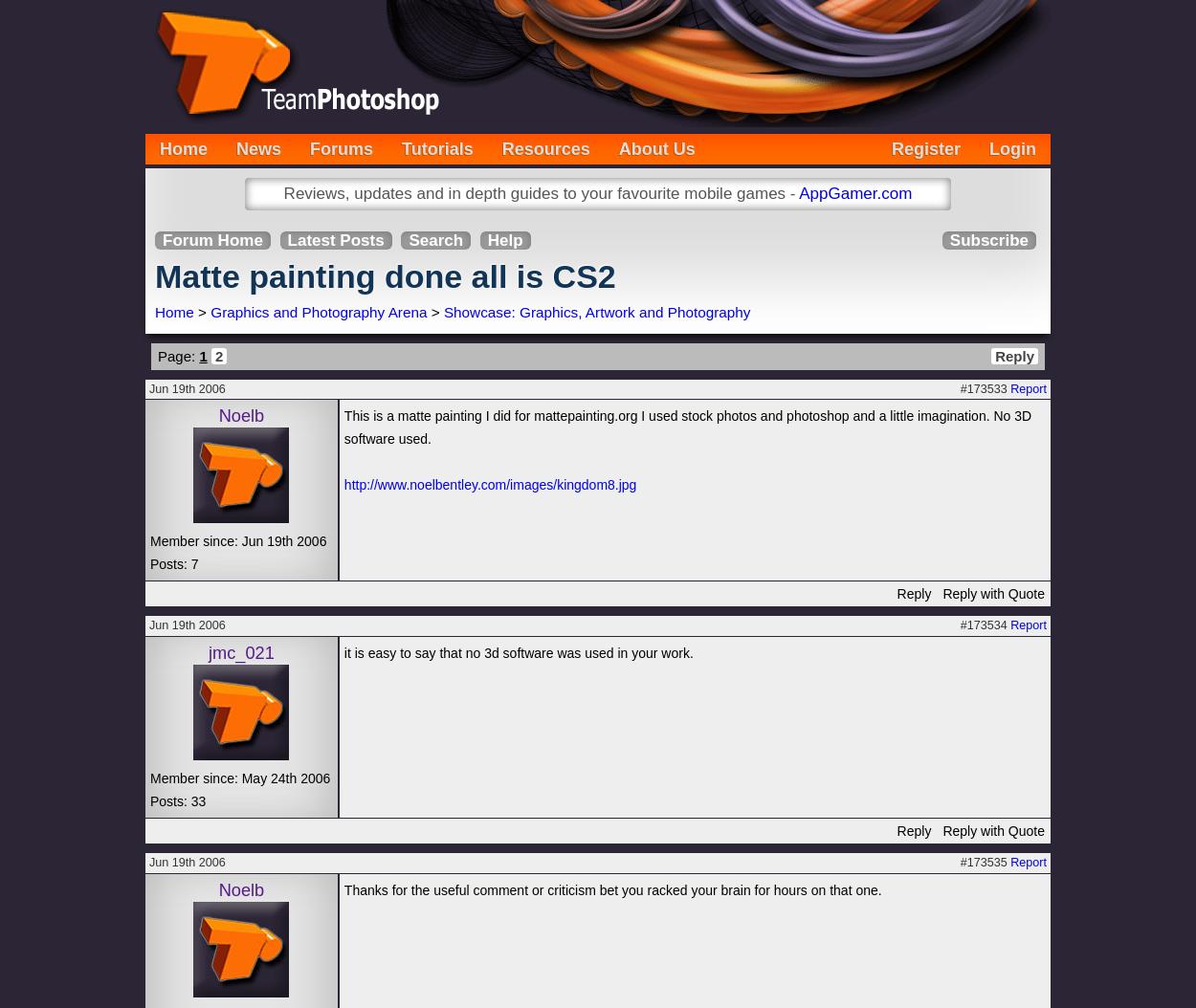 The image size is (1196, 1008). Describe the element at coordinates (385, 275) in the screenshot. I see `'Matte painting done all is CS2'` at that location.